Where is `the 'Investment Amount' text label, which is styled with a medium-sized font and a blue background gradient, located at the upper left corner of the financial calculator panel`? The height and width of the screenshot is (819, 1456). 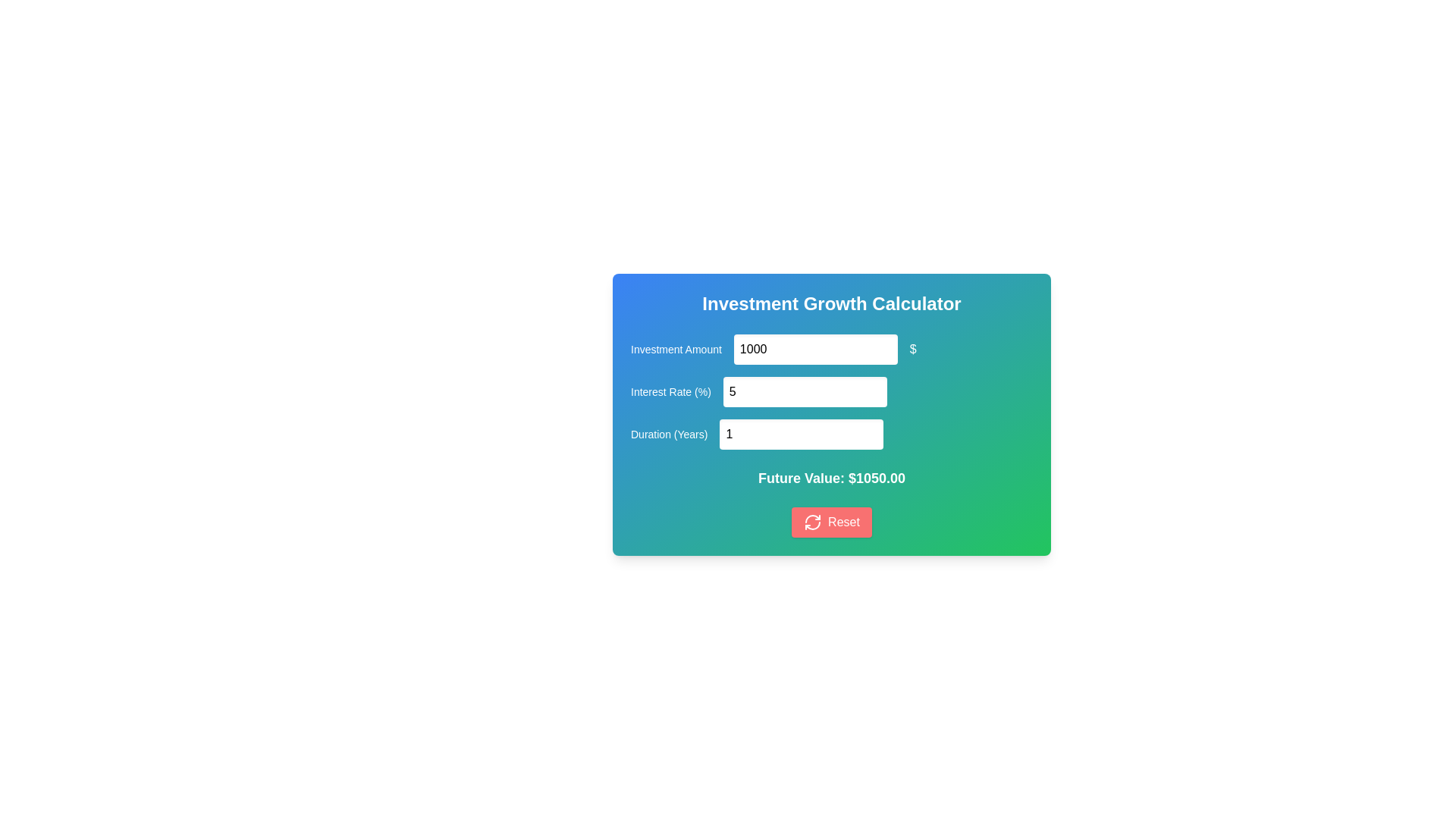
the 'Investment Amount' text label, which is styled with a medium-sized font and a blue background gradient, located at the upper left corner of the financial calculator panel is located at coordinates (675, 350).